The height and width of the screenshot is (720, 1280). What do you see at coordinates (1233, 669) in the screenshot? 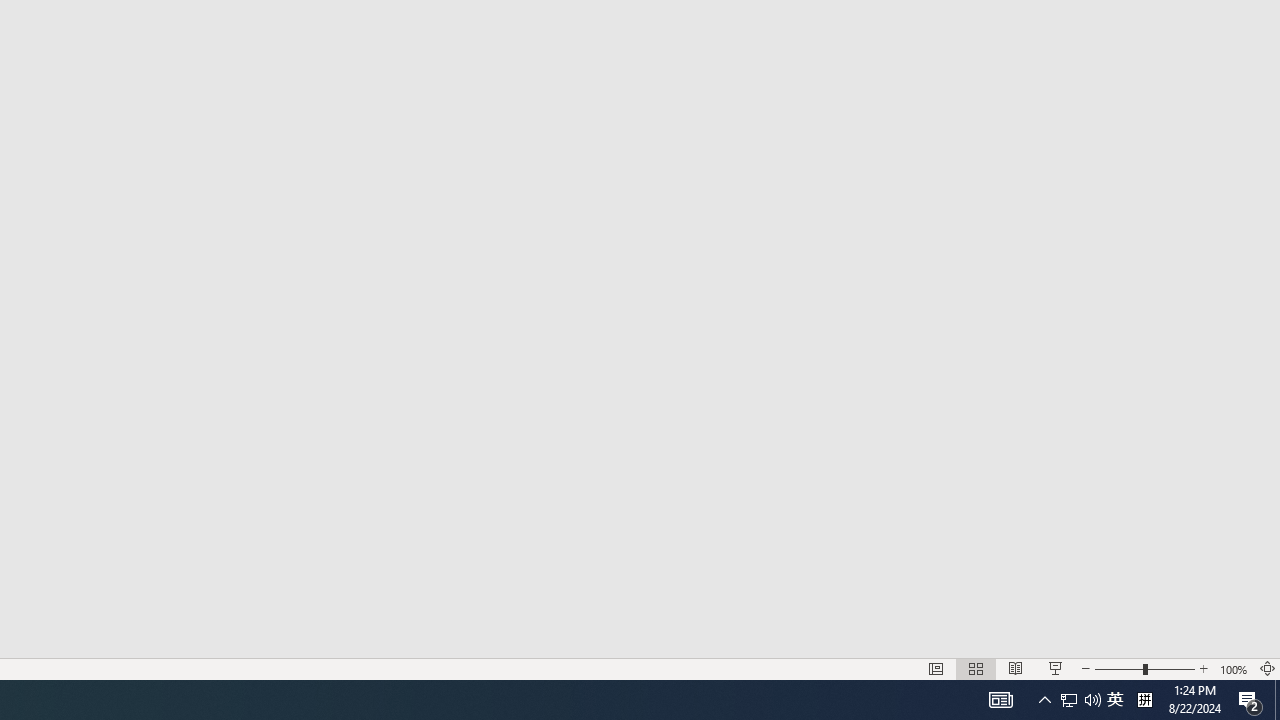
I see `'Zoom 100%'` at bounding box center [1233, 669].